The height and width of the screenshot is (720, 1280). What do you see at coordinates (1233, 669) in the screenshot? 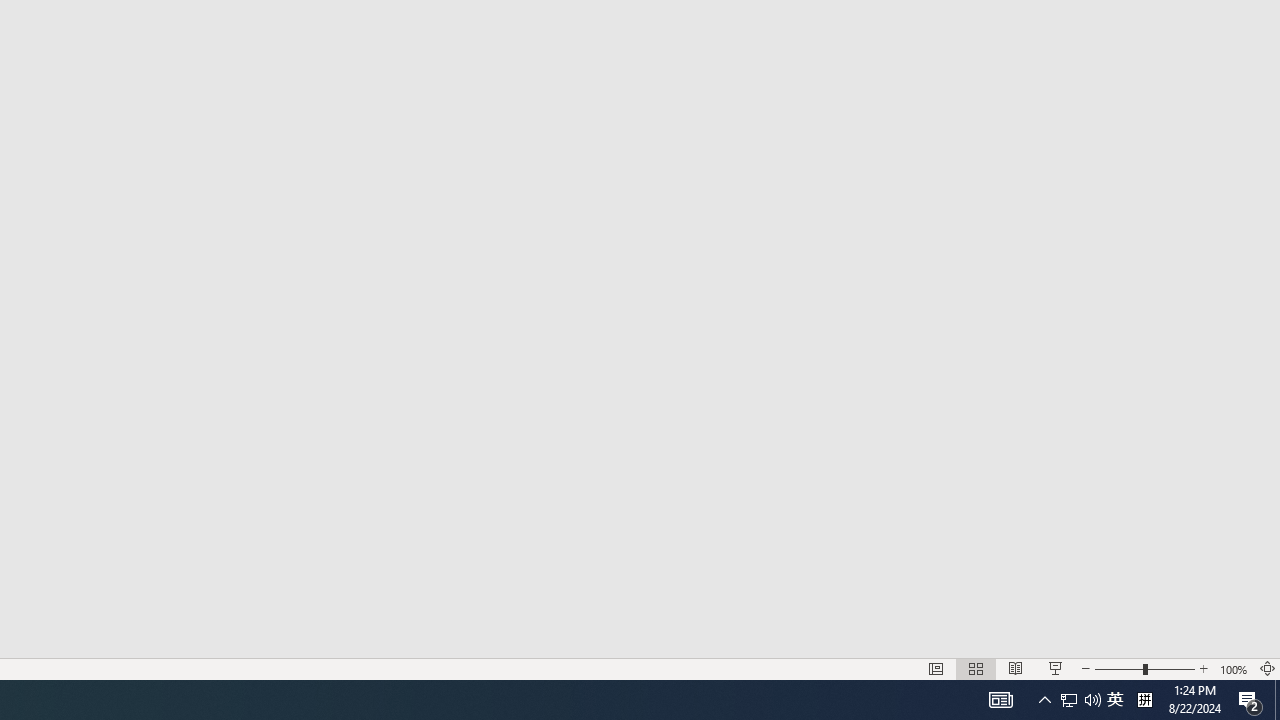
I see `'Zoom 100%'` at bounding box center [1233, 669].